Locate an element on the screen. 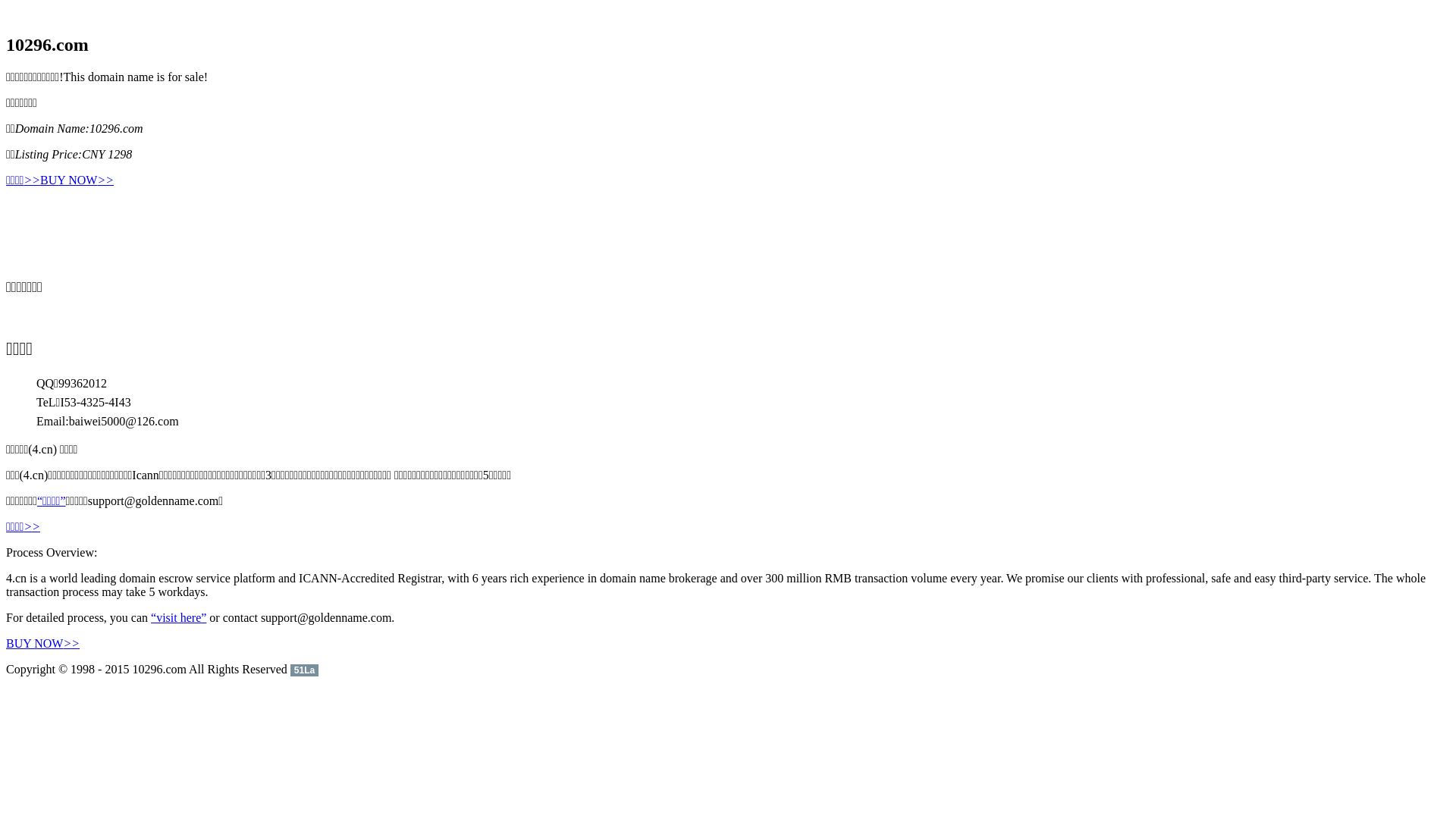  '51La' is located at coordinates (303, 668).